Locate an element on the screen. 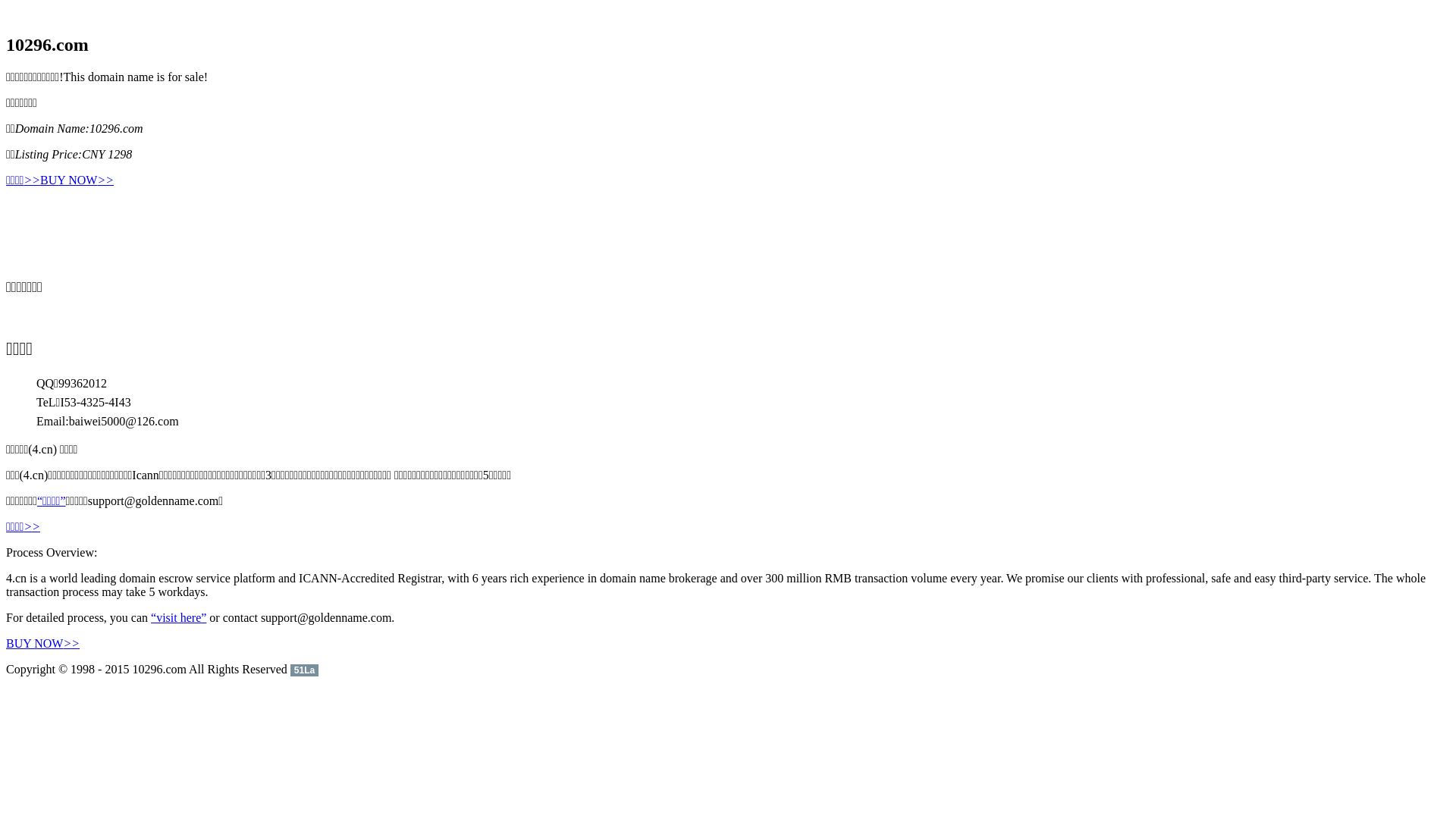  '51La' is located at coordinates (303, 668).